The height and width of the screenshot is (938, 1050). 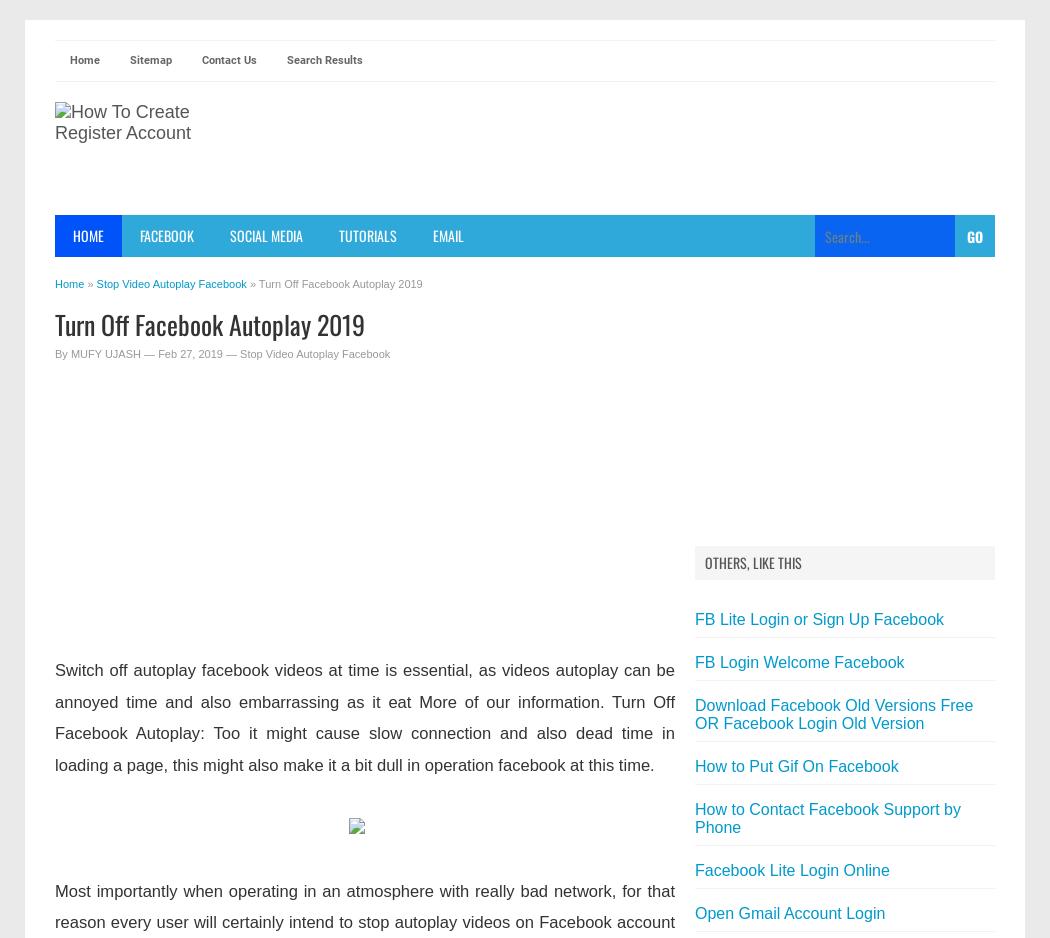 I want to click on 'Social Media', so click(x=265, y=234).